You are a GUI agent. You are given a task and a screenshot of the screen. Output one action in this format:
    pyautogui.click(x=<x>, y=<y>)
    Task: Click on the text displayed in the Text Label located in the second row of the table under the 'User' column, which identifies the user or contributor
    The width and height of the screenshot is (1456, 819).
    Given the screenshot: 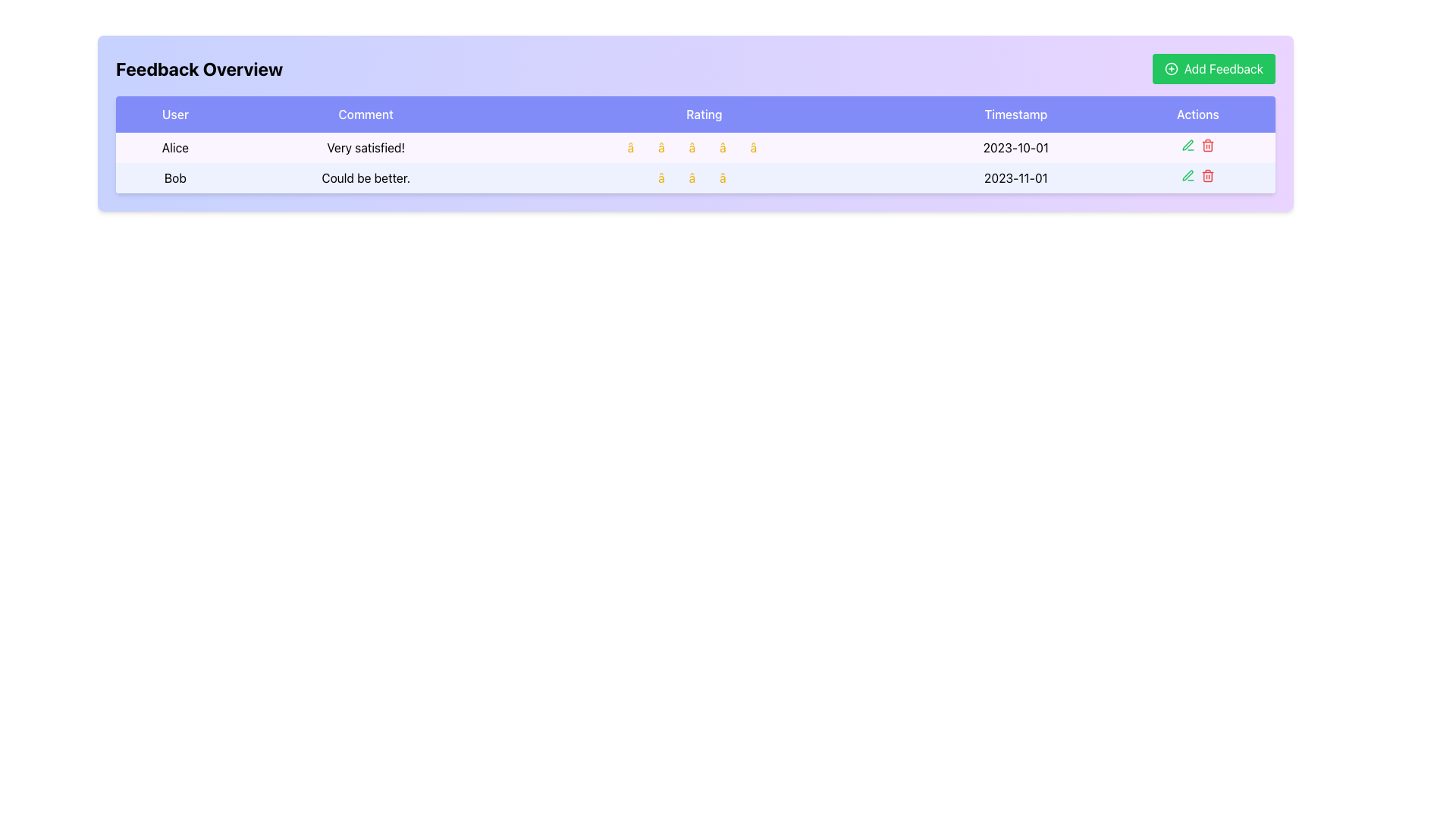 What is the action you would take?
    pyautogui.click(x=175, y=177)
    